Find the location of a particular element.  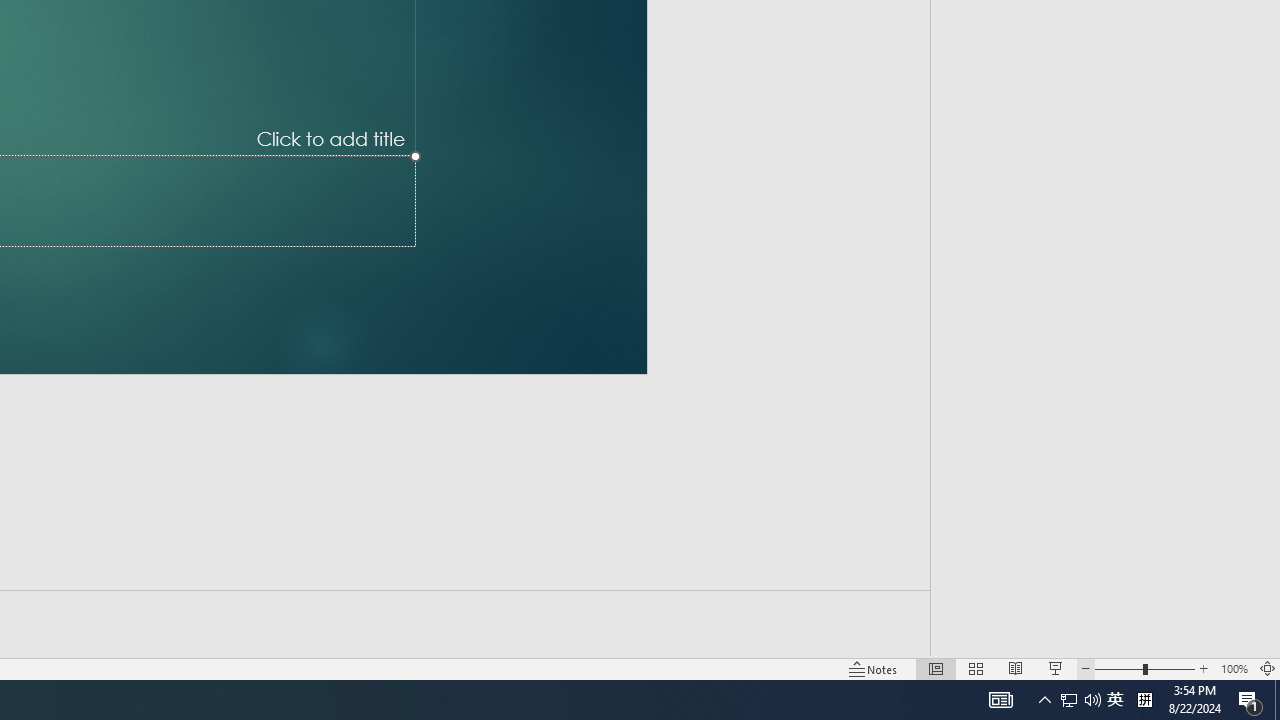

'Reading View' is located at coordinates (1015, 669).